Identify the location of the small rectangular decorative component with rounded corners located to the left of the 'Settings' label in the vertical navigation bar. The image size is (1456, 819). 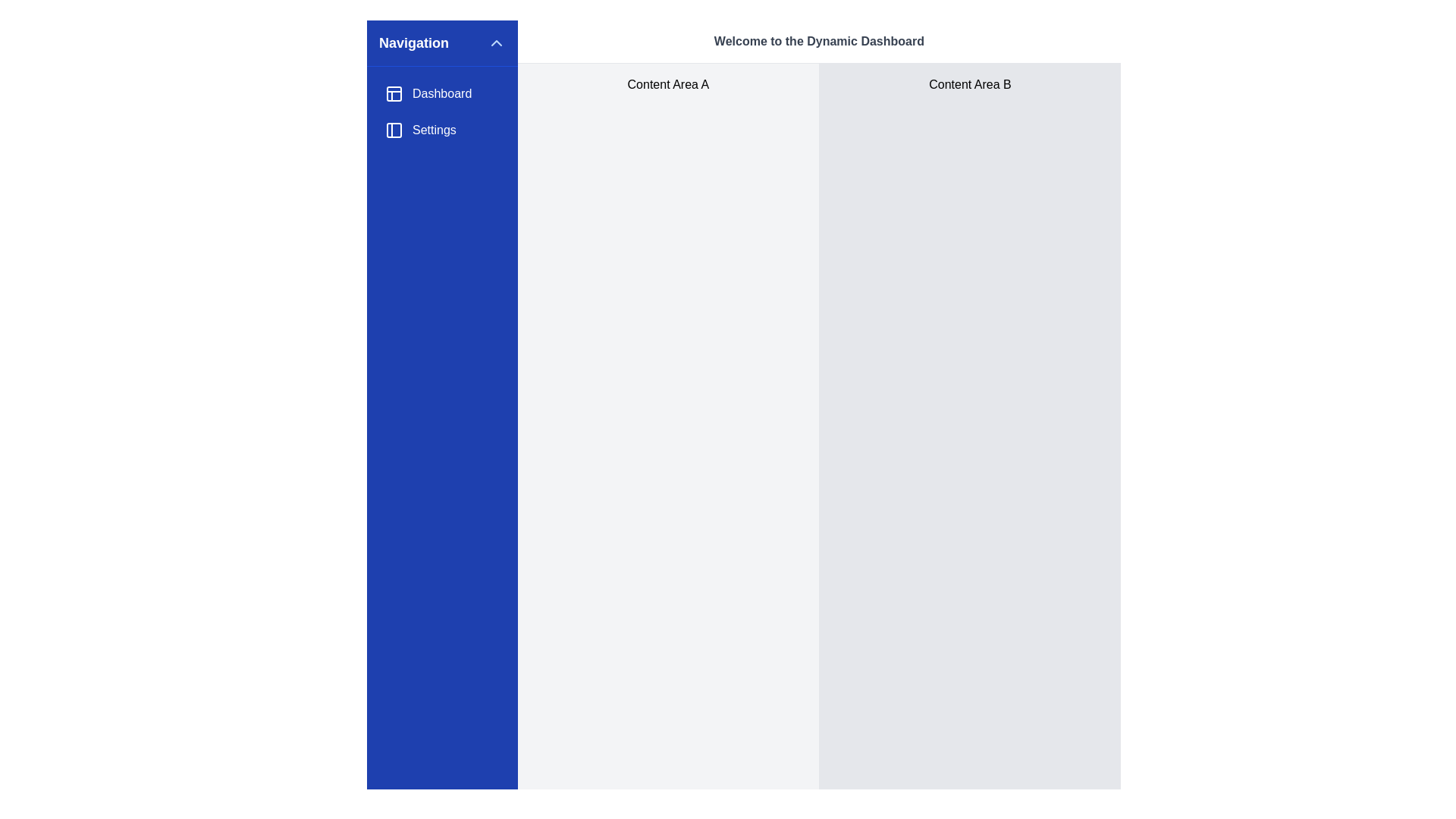
(394, 130).